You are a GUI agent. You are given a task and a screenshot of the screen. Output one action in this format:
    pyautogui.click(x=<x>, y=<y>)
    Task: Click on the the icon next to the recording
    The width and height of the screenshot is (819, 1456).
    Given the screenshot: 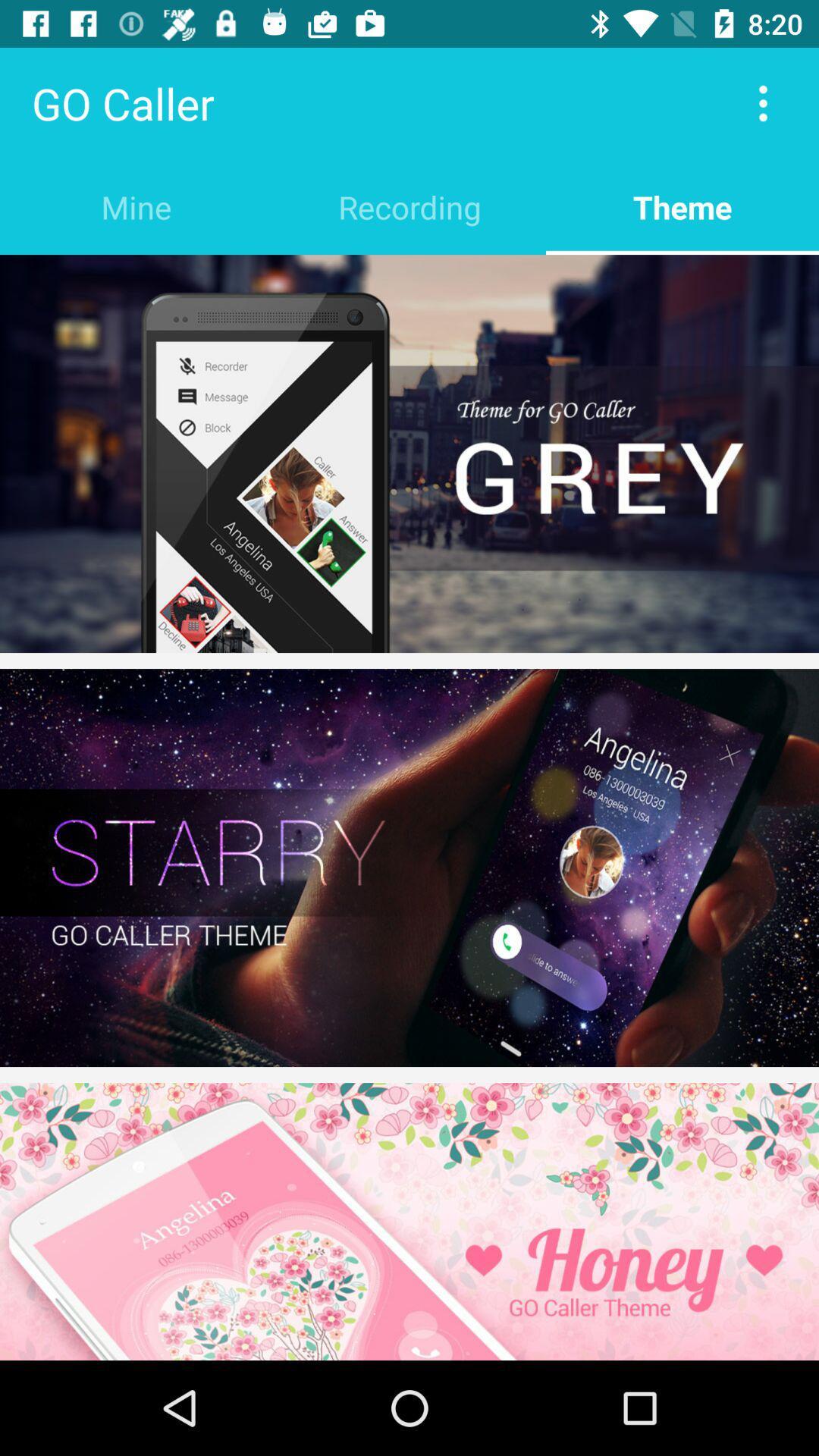 What is the action you would take?
    pyautogui.click(x=136, y=206)
    